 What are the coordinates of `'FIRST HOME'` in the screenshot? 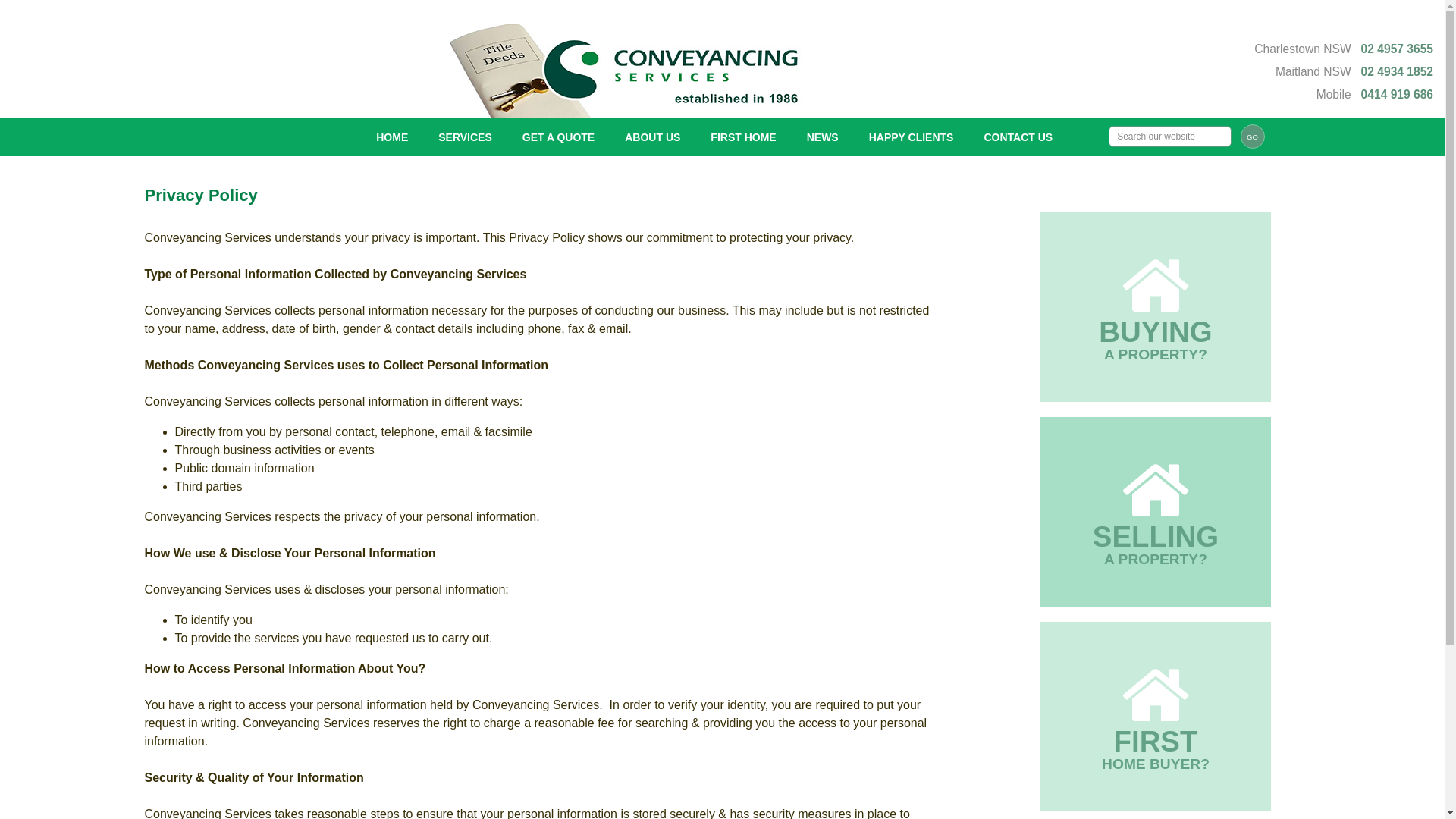 It's located at (742, 137).